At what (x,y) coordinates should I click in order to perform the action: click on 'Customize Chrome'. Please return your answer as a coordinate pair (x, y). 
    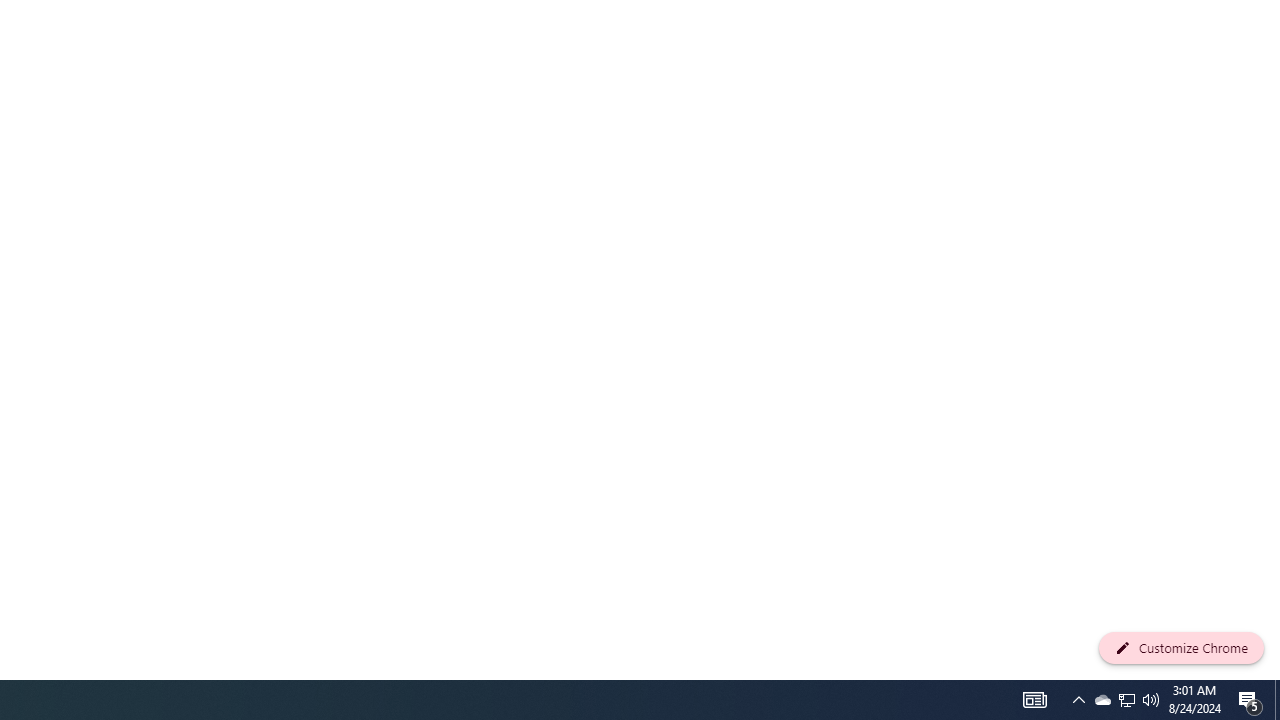
    Looking at the image, I should click on (1181, 648).